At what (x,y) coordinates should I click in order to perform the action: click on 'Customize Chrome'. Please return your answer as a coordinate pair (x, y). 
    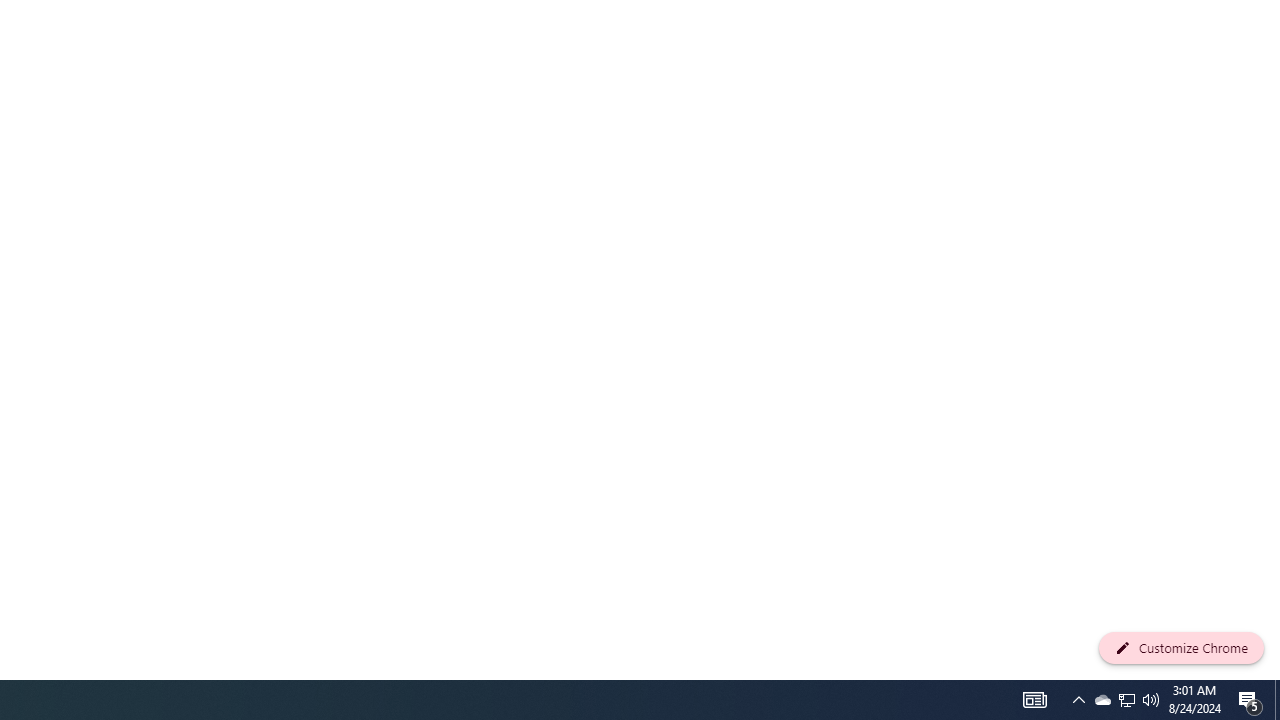
    Looking at the image, I should click on (1181, 648).